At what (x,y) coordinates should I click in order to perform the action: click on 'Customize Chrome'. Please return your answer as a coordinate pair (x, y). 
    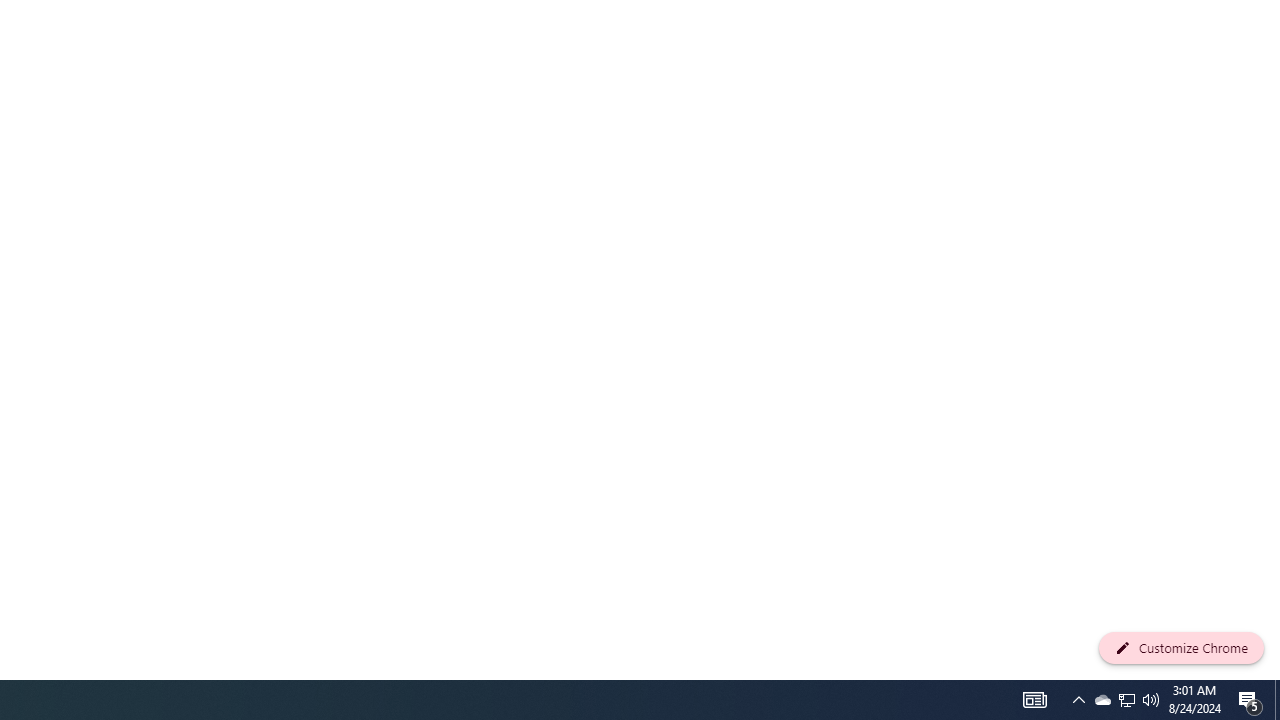
    Looking at the image, I should click on (1181, 648).